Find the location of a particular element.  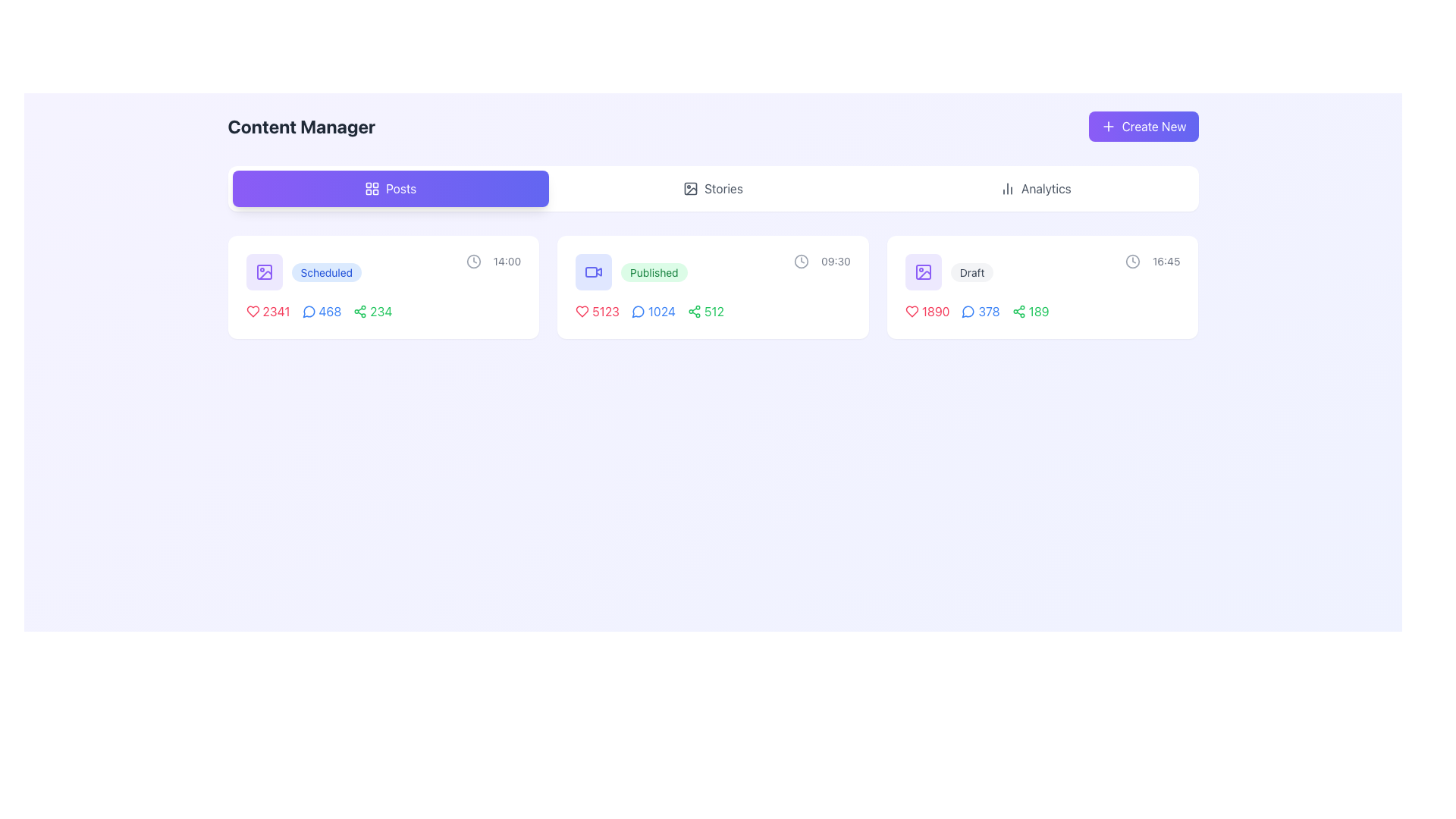

the green sharing node icon located to the left of the text '189' within the 'Draft' entry is located at coordinates (1018, 311).